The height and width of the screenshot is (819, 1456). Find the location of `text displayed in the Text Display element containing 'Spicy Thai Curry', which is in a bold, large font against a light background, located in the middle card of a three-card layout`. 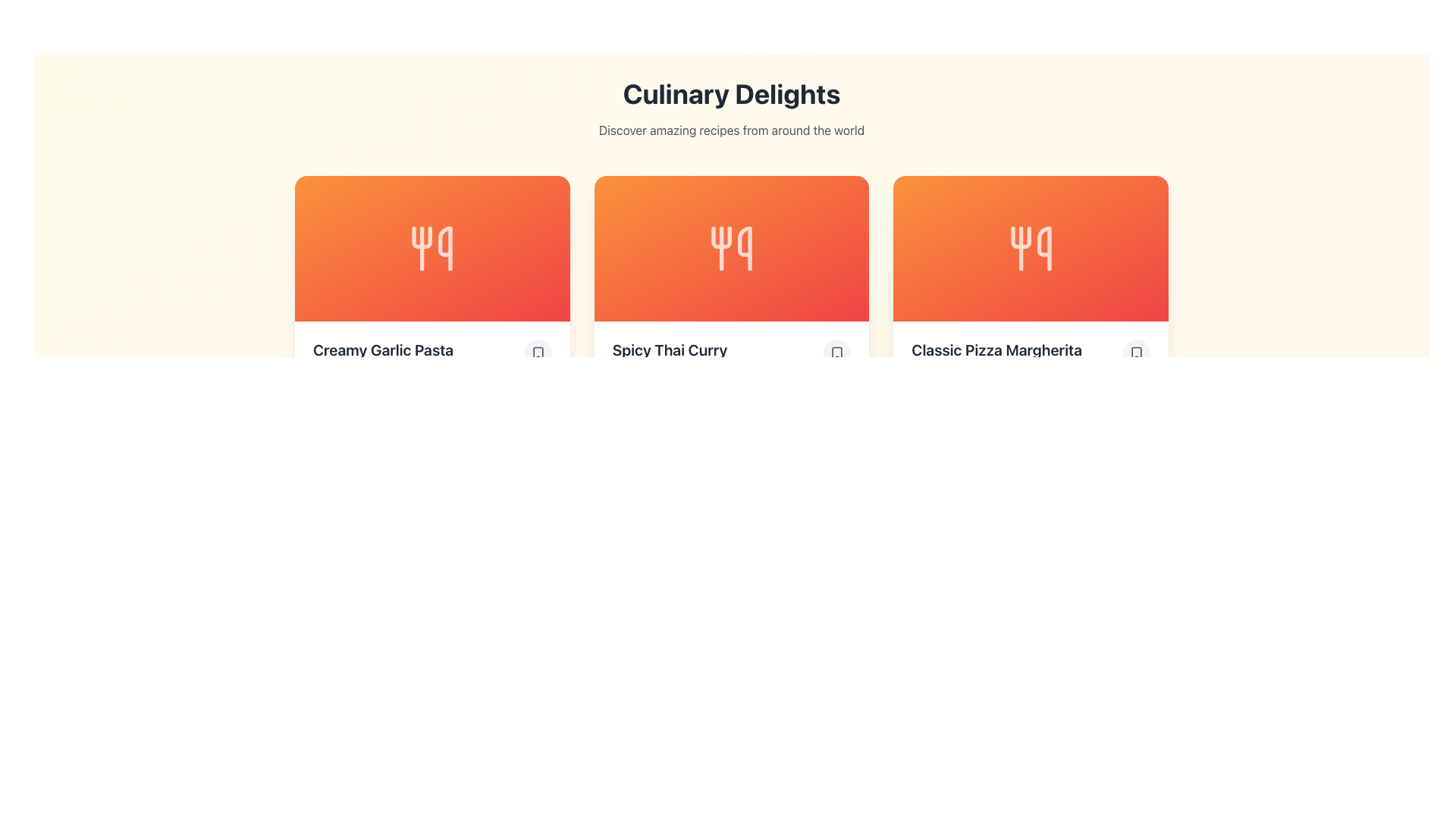

text displayed in the Text Display element containing 'Spicy Thai Curry', which is in a bold, large font against a light background, located in the middle card of a three-card layout is located at coordinates (669, 350).